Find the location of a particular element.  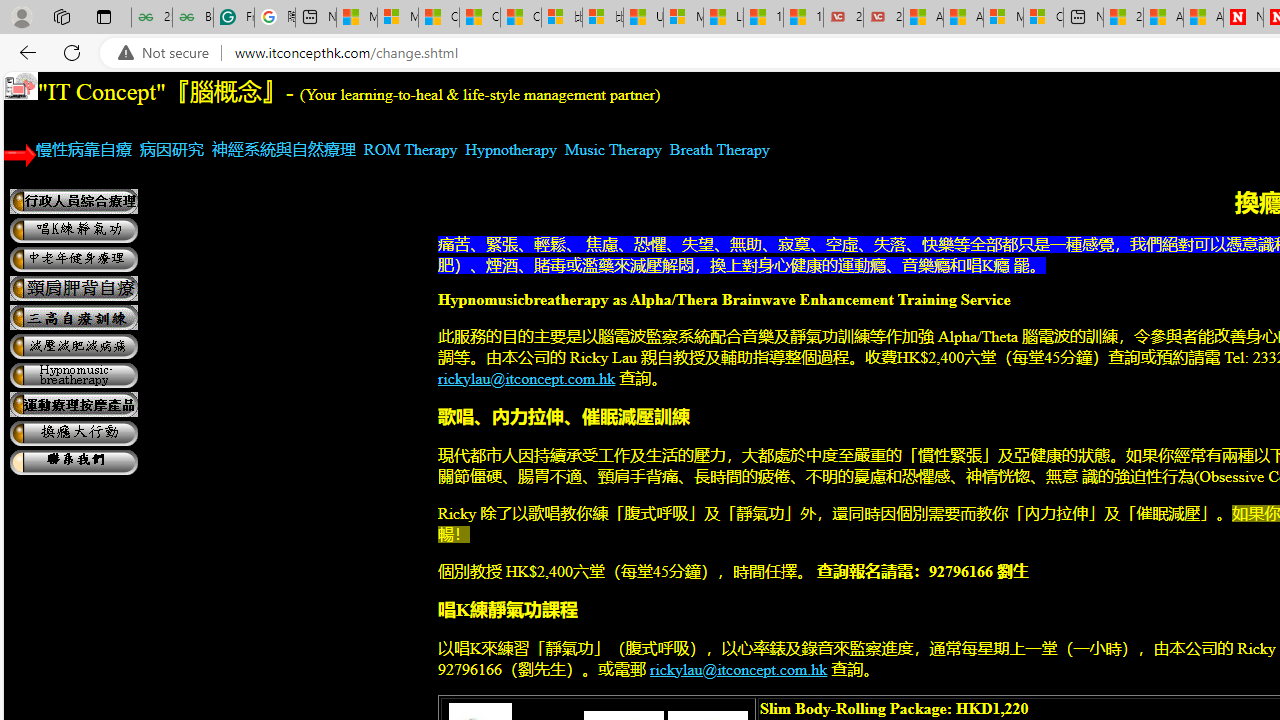

'Hypnotherapy' is located at coordinates (510, 148).